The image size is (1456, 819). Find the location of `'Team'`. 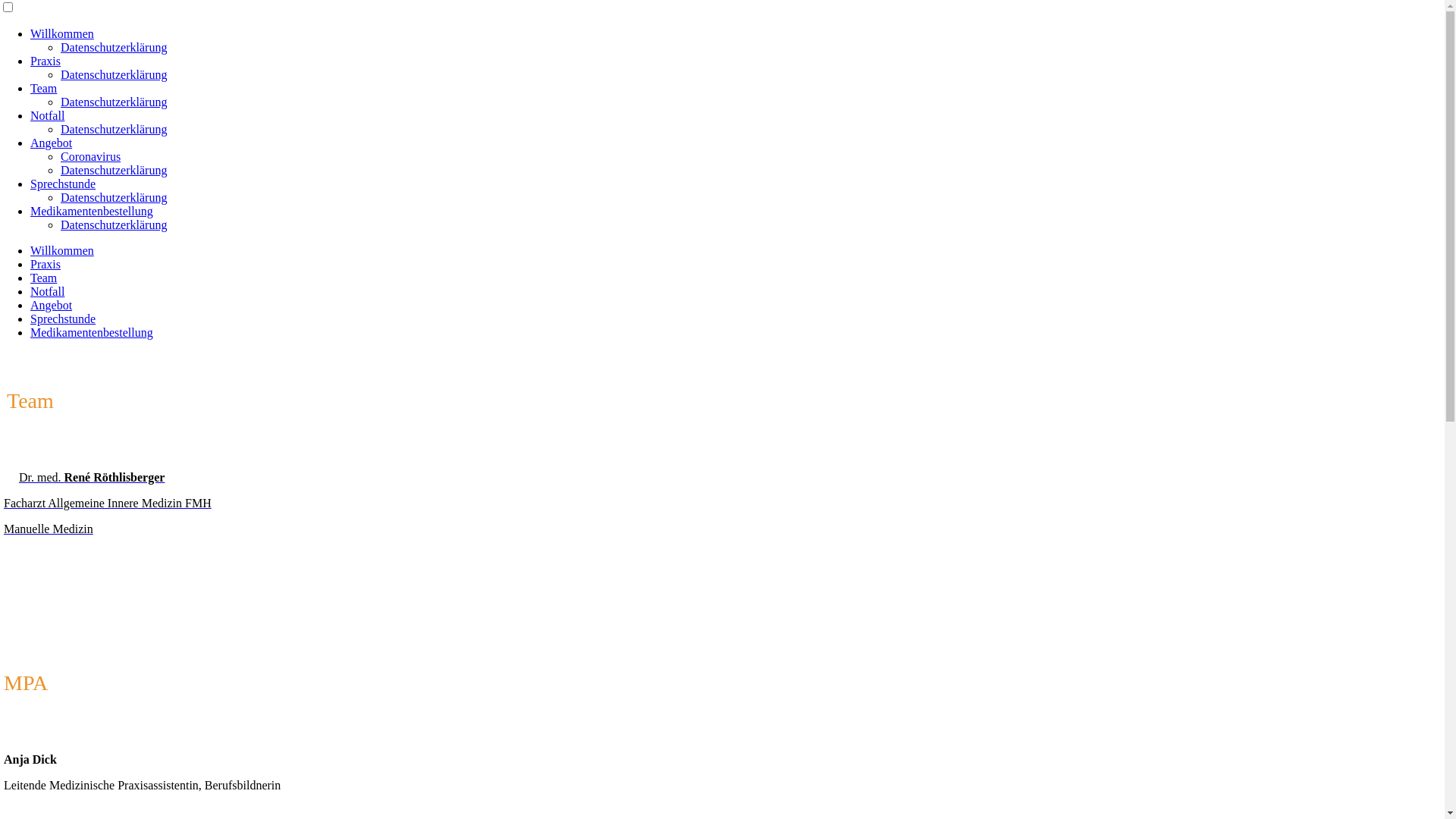

'Team' is located at coordinates (43, 88).